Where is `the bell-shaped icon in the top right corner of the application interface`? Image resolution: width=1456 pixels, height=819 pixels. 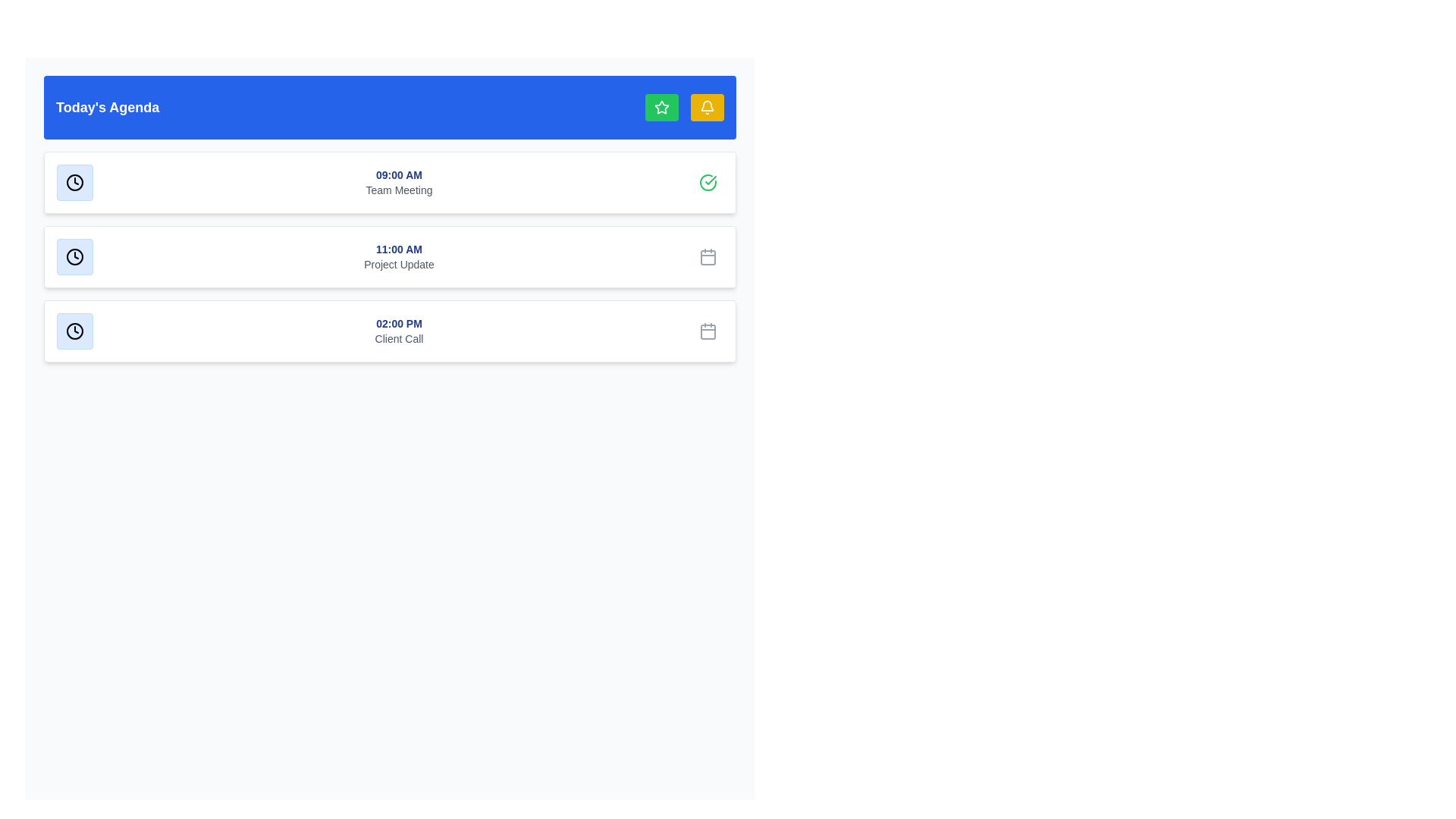
the bell-shaped icon in the top right corner of the application interface is located at coordinates (706, 107).